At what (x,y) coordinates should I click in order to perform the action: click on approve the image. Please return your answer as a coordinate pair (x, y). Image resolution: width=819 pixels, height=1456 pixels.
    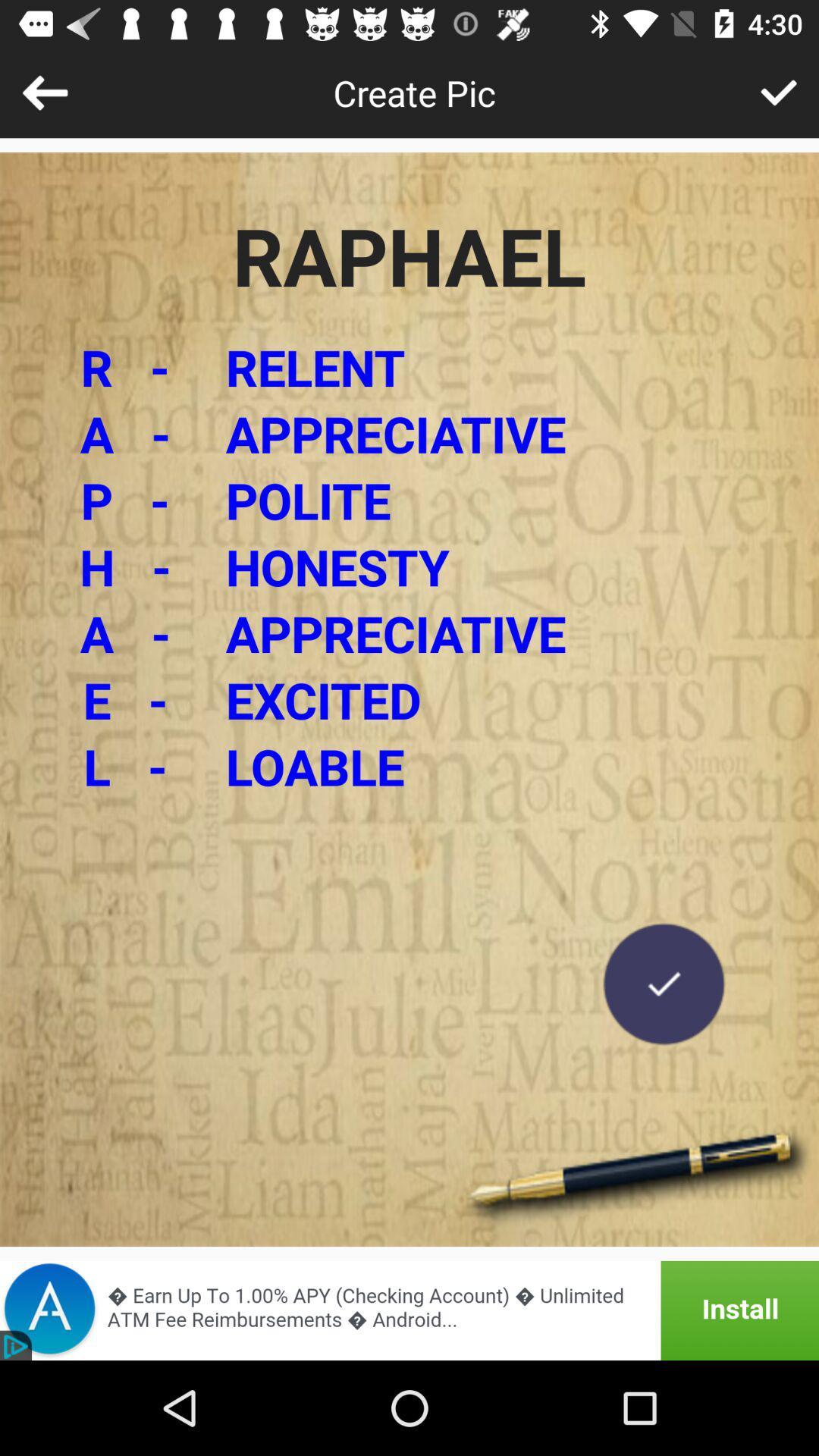
    Looking at the image, I should click on (779, 92).